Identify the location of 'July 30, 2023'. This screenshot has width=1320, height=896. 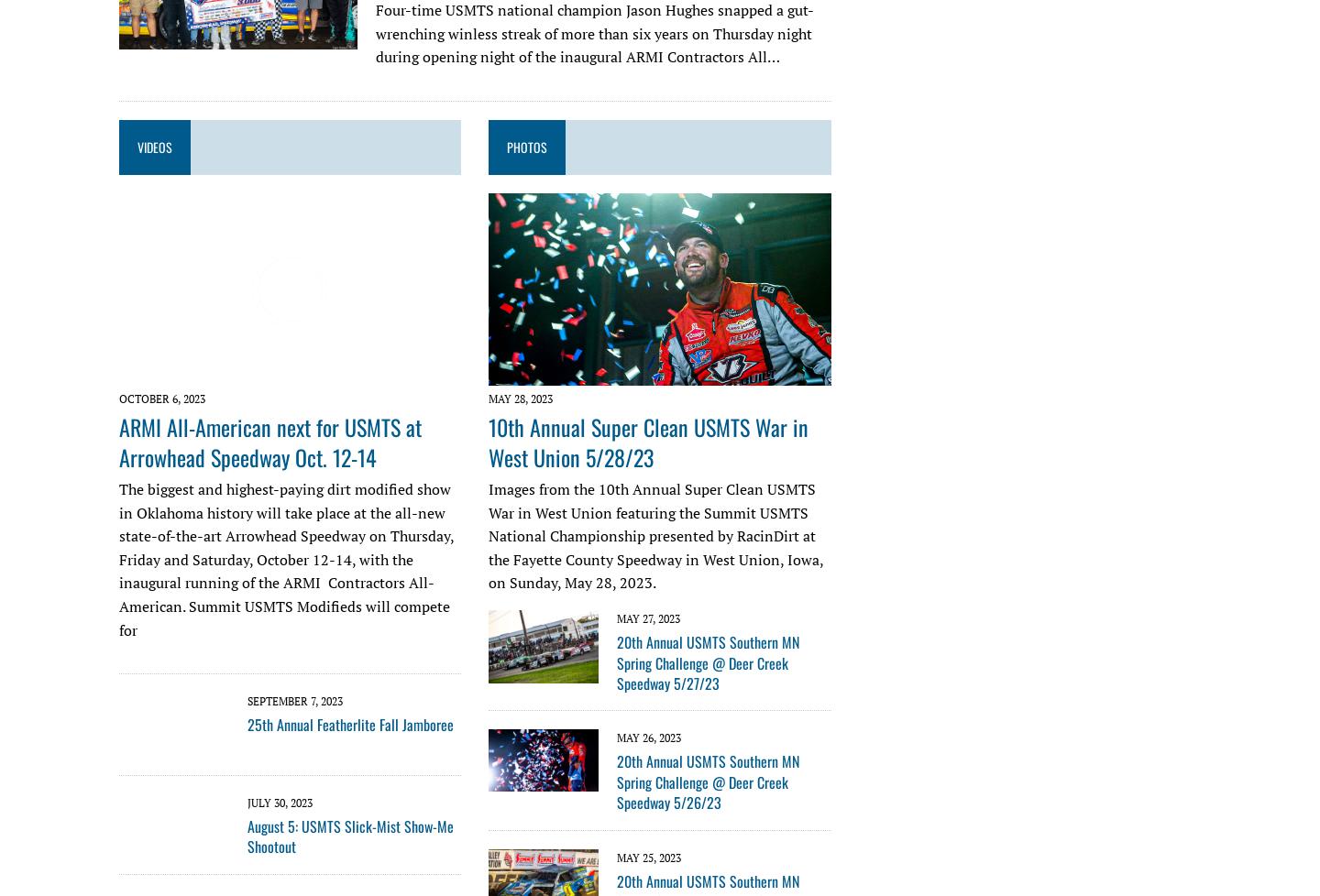
(280, 801).